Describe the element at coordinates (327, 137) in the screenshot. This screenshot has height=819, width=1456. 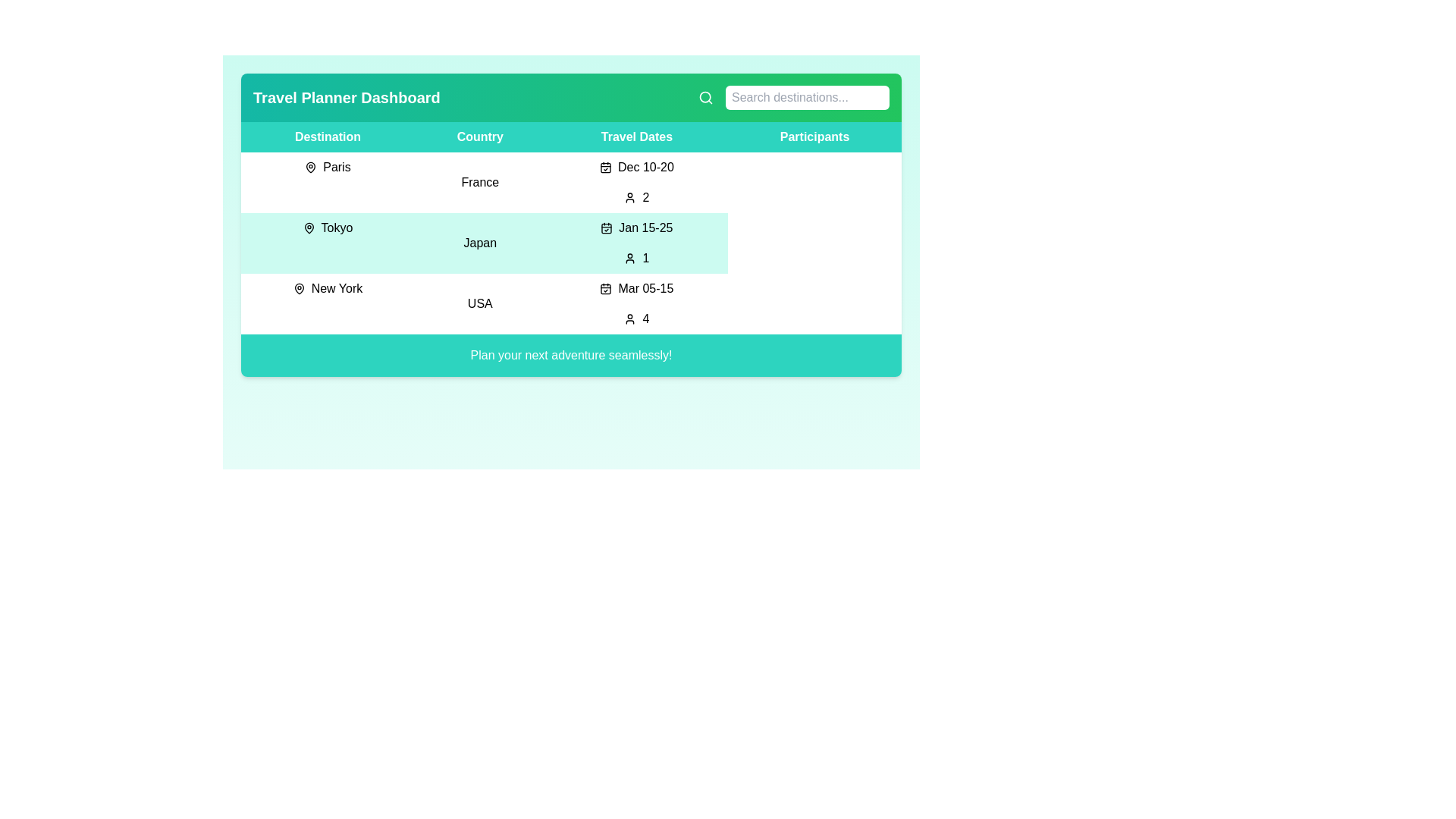
I see `the travel destinations column header text label located at the top left of the header row in the table-like structure` at that location.